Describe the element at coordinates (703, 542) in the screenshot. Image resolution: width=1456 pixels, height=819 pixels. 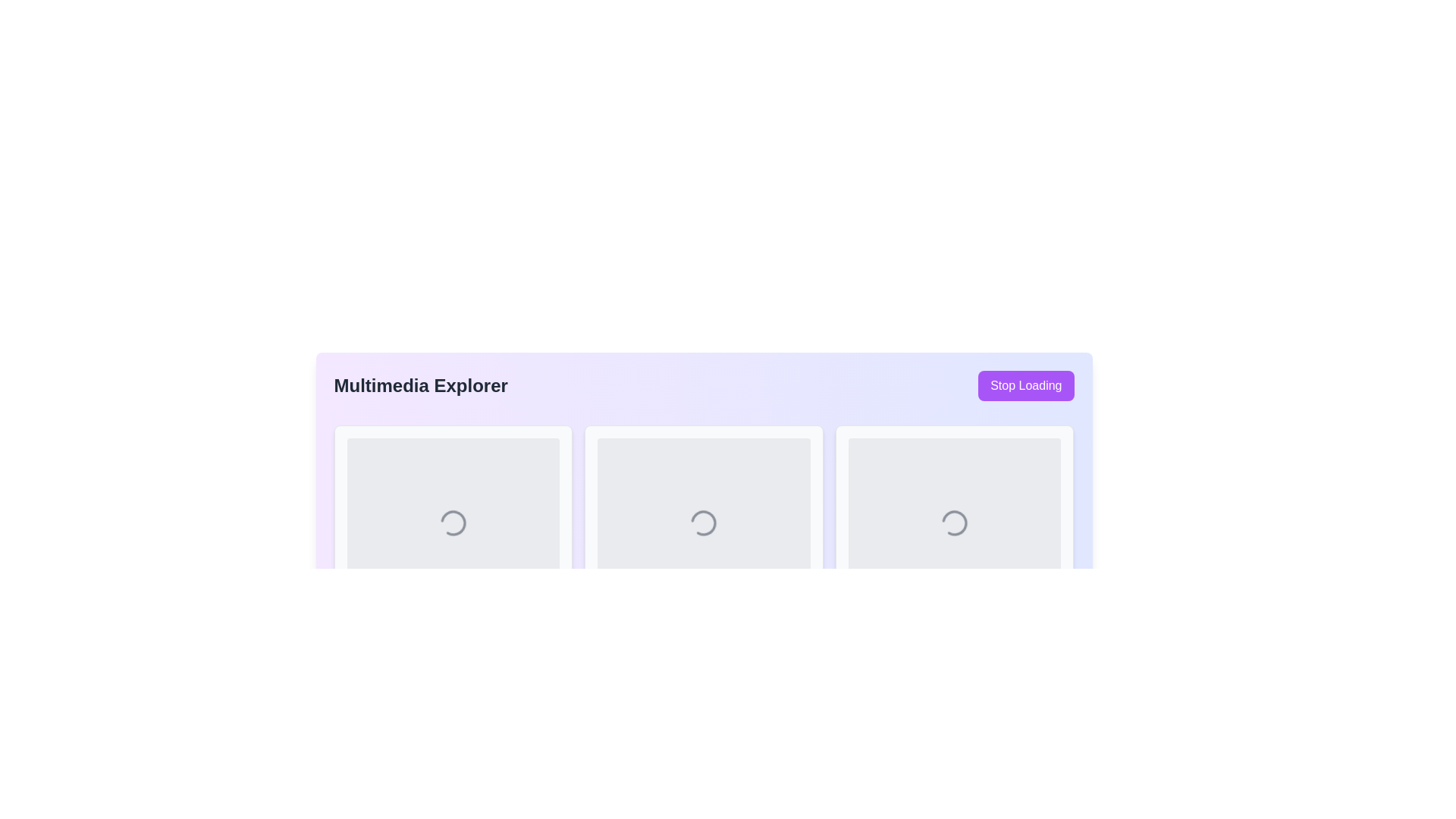
I see `the loading spinner animation located in the middle column of the three-column grid layout` at that location.